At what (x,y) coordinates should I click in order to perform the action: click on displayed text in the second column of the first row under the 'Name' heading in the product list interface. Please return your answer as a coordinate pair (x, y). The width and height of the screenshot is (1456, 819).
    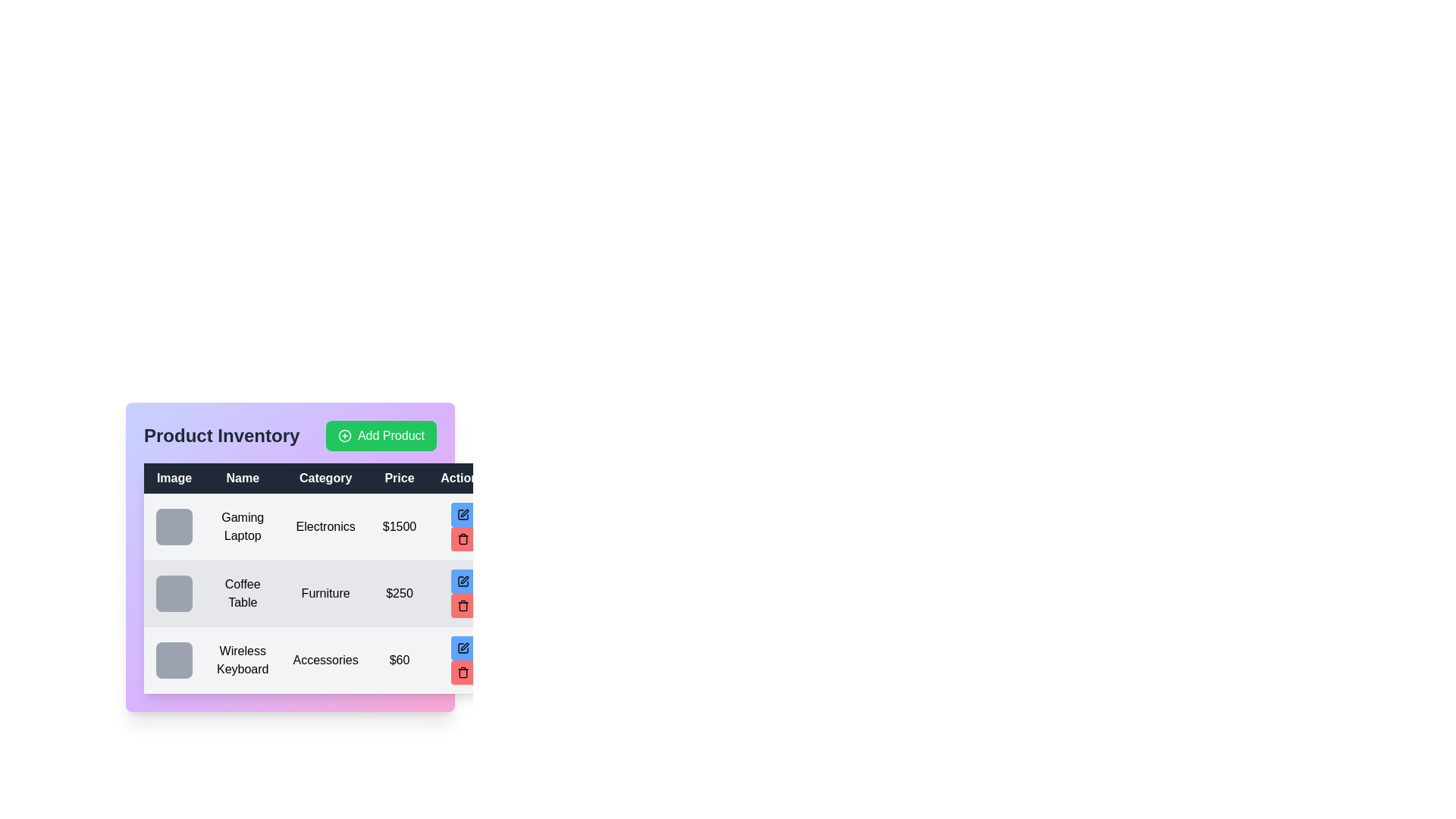
    Looking at the image, I should click on (243, 526).